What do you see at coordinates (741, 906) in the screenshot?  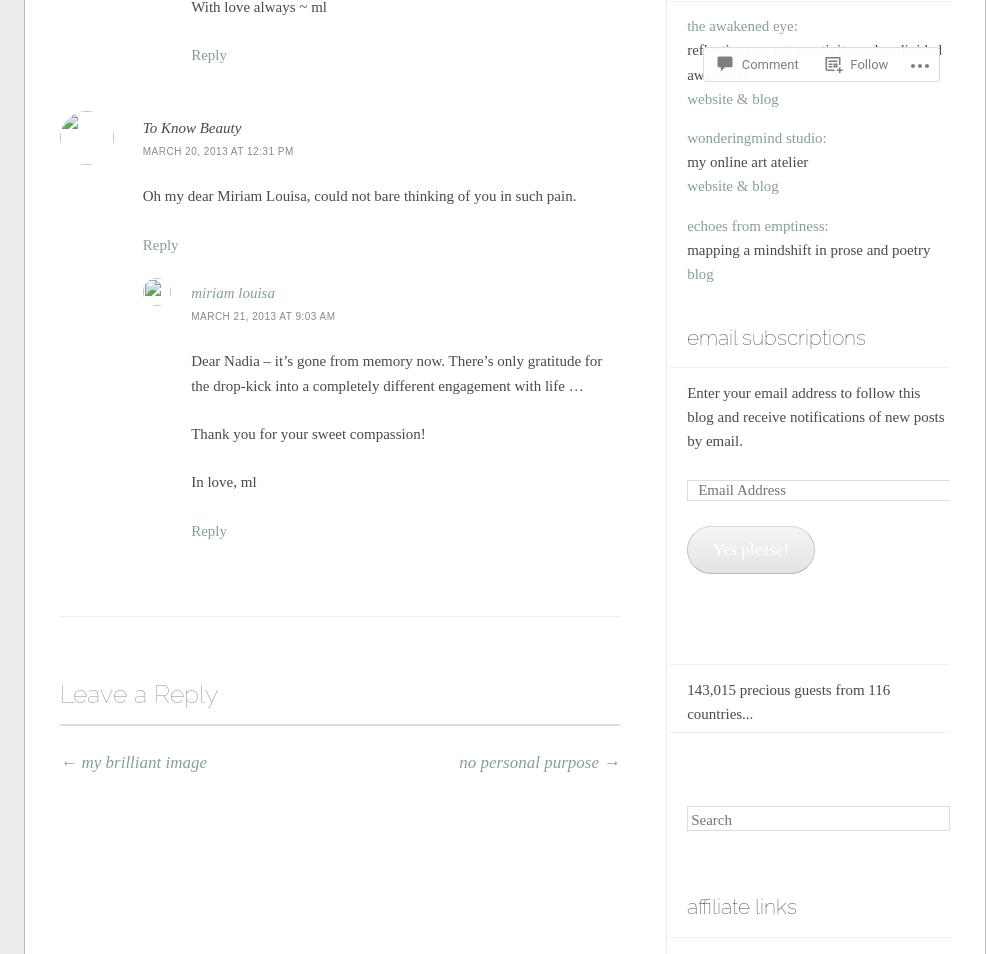 I see `'affiliate links'` at bounding box center [741, 906].